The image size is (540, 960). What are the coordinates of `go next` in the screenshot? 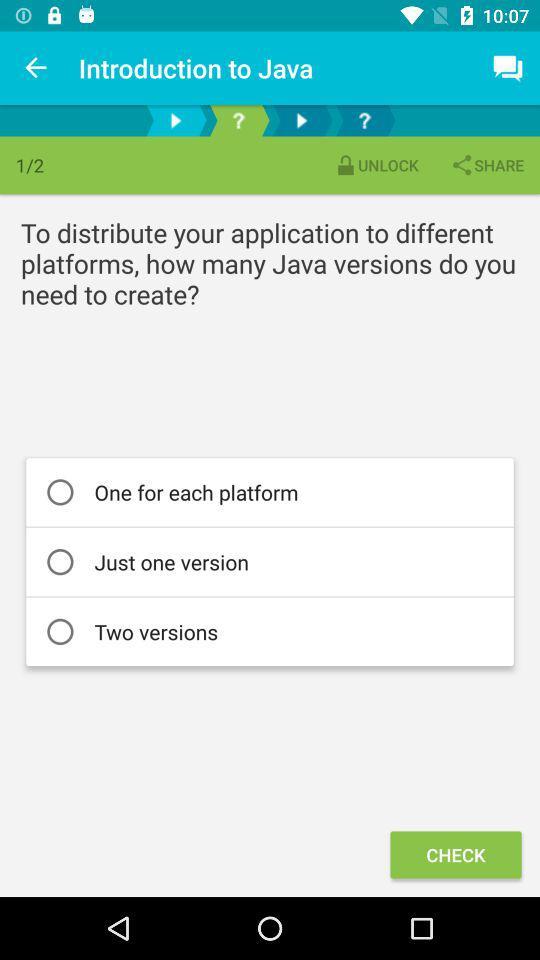 It's located at (300, 120).